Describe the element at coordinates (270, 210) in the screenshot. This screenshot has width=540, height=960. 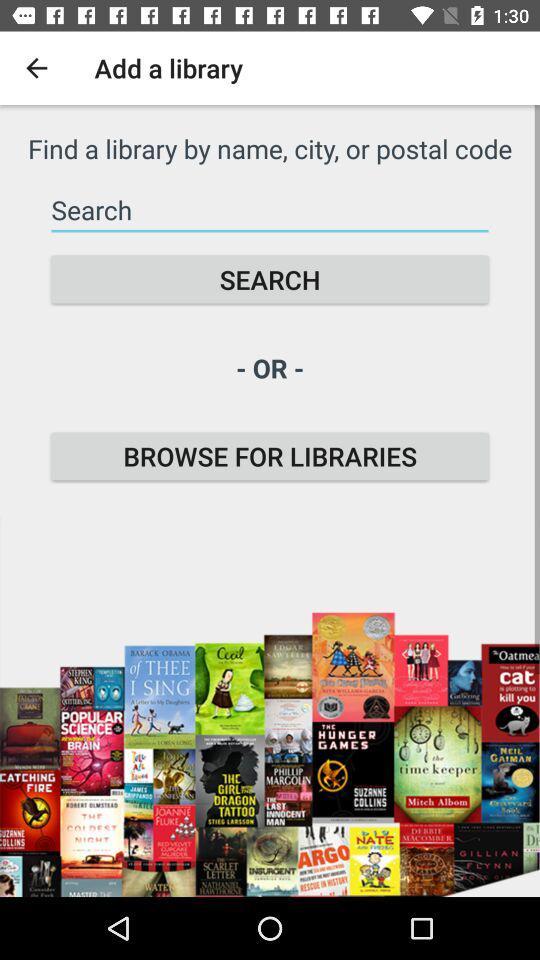
I see `text for search` at that location.